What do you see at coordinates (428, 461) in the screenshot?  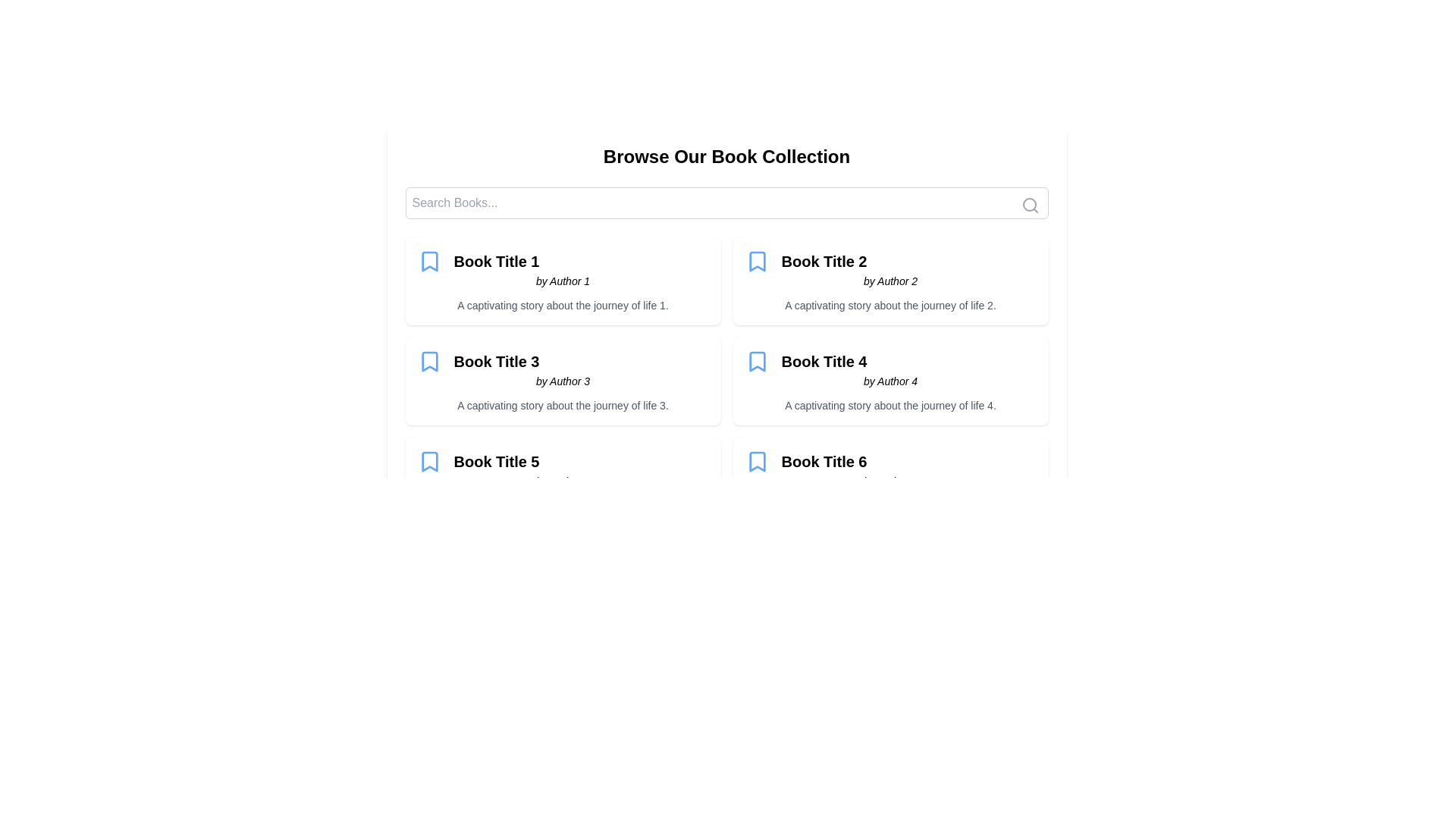 I see `the SVG bookmark icon located in the top-left corner of the card for 'Book Title 5'` at bounding box center [428, 461].